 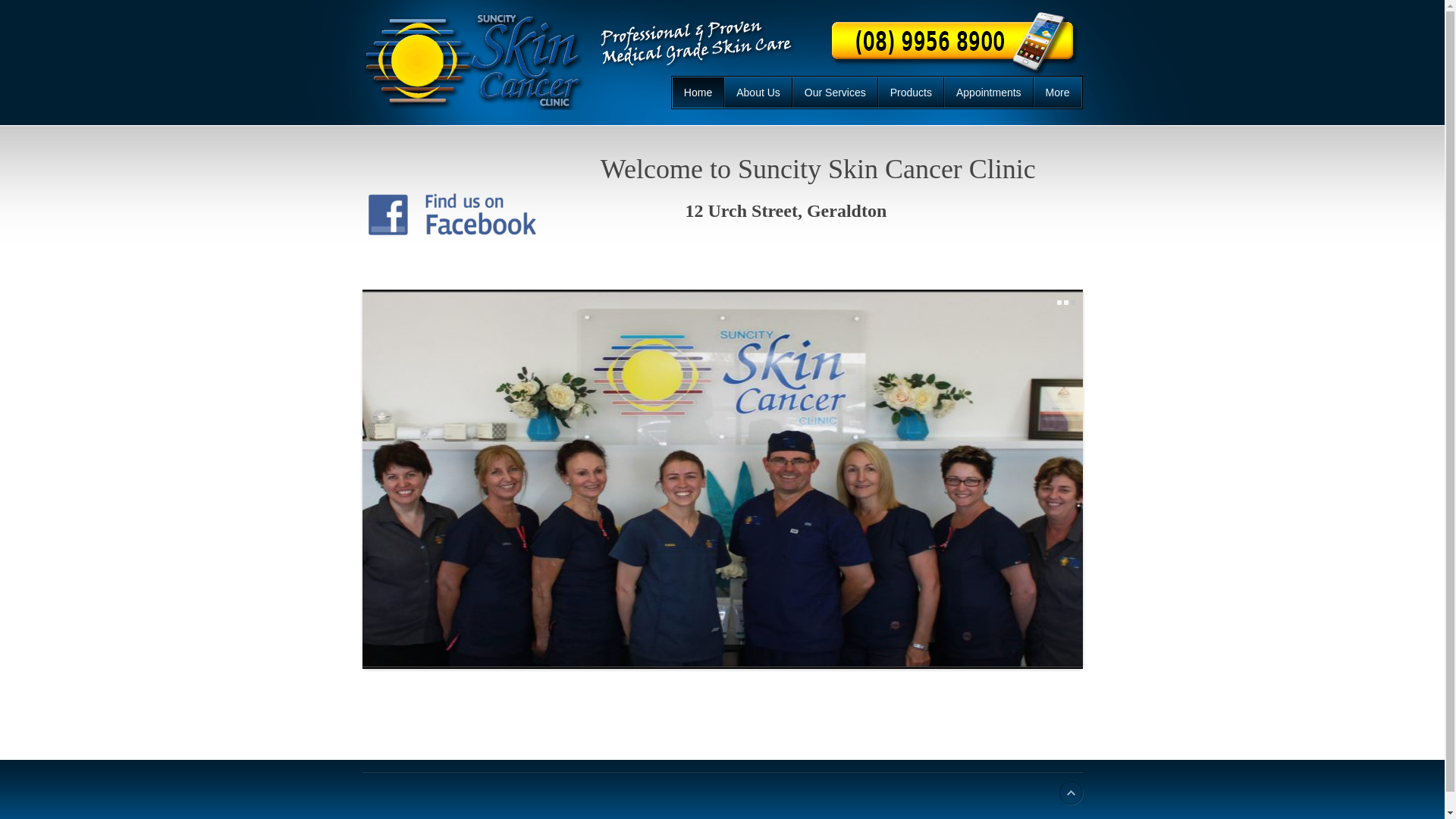 I want to click on '2', so click(x=1065, y=302).